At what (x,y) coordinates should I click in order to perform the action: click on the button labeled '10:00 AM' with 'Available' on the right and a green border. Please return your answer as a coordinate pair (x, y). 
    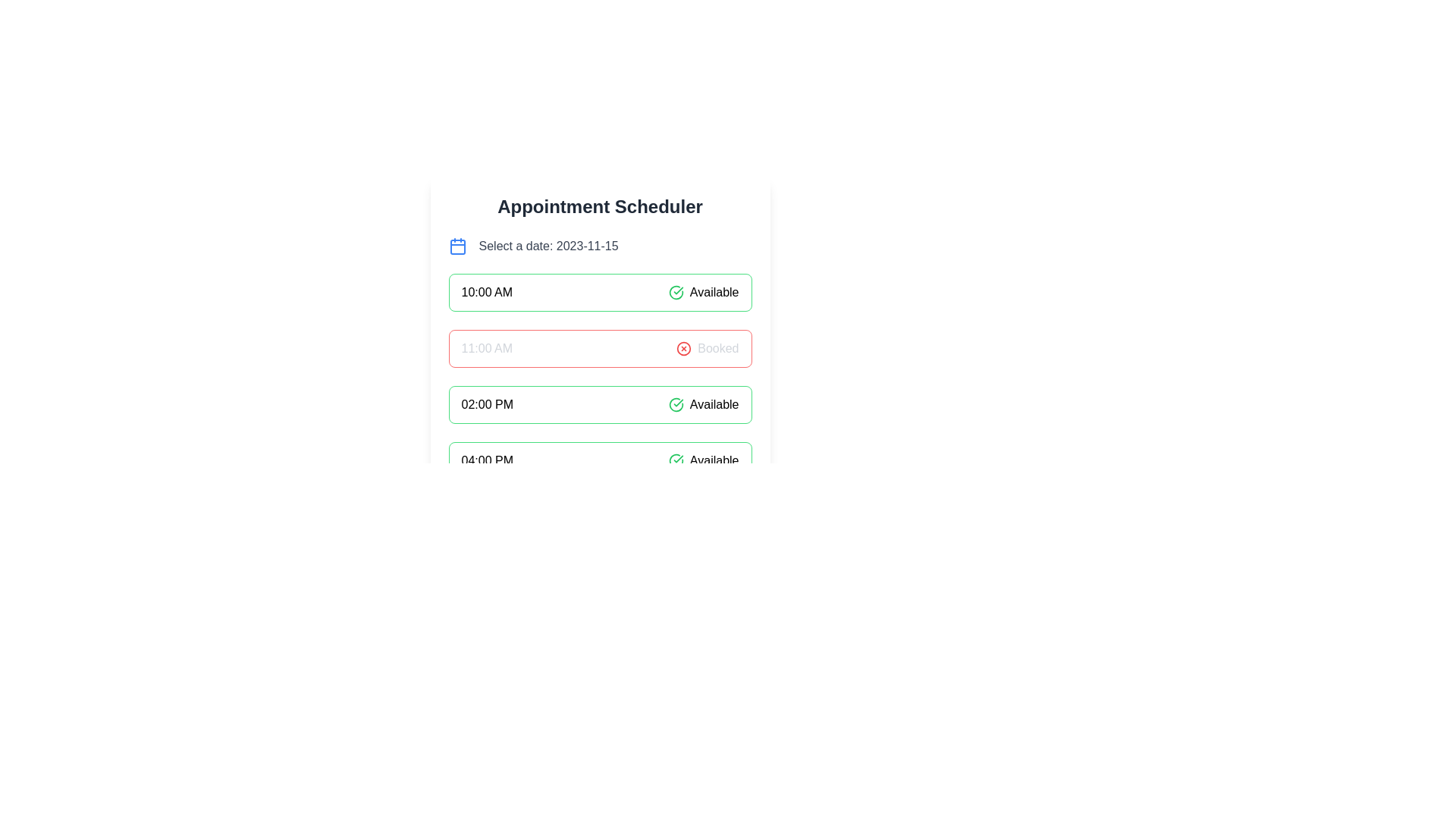
    Looking at the image, I should click on (599, 292).